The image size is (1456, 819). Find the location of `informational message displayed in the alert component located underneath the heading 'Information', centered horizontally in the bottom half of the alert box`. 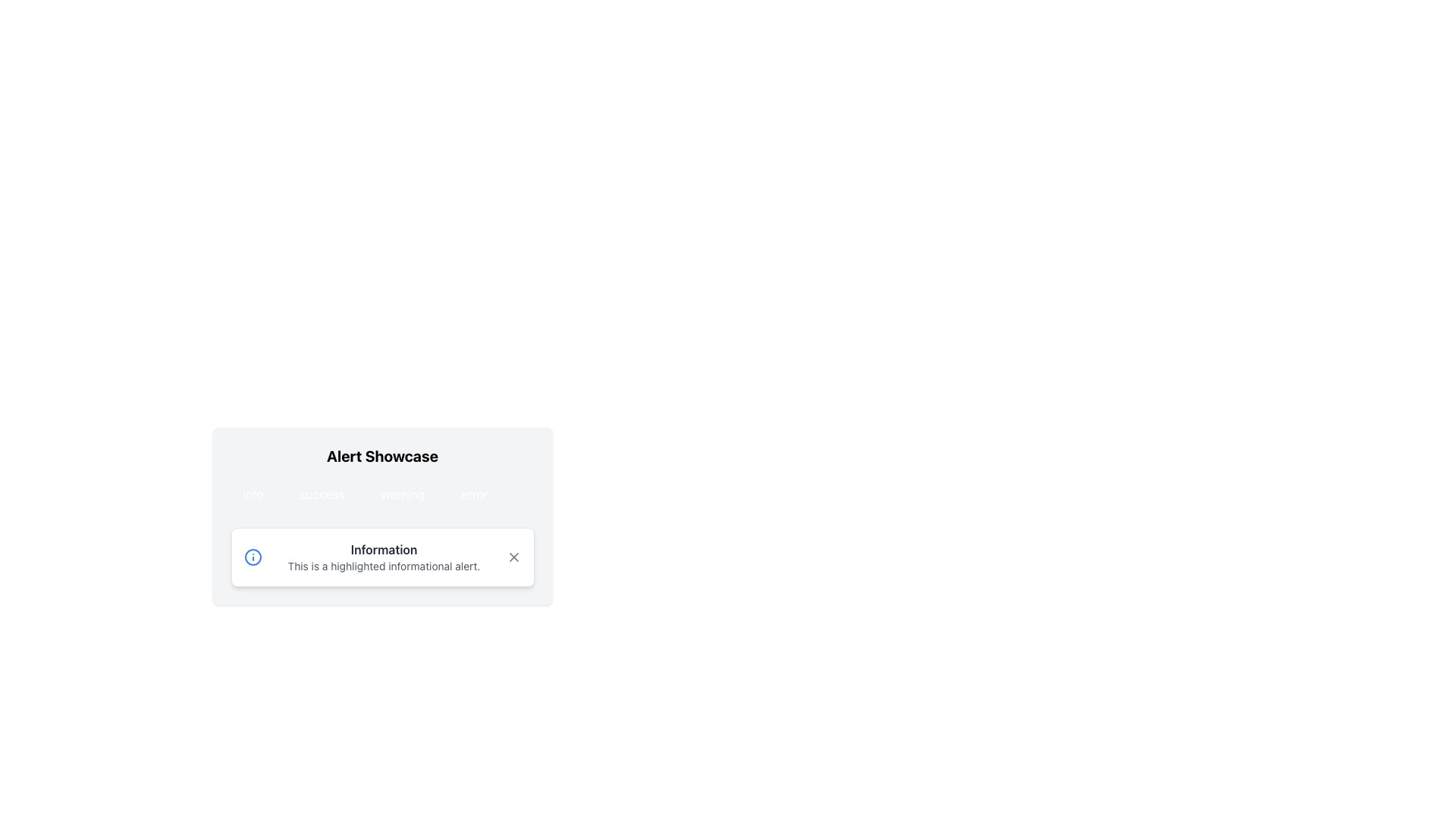

informational message displayed in the alert component located underneath the heading 'Information', centered horizontally in the bottom half of the alert box is located at coordinates (384, 566).